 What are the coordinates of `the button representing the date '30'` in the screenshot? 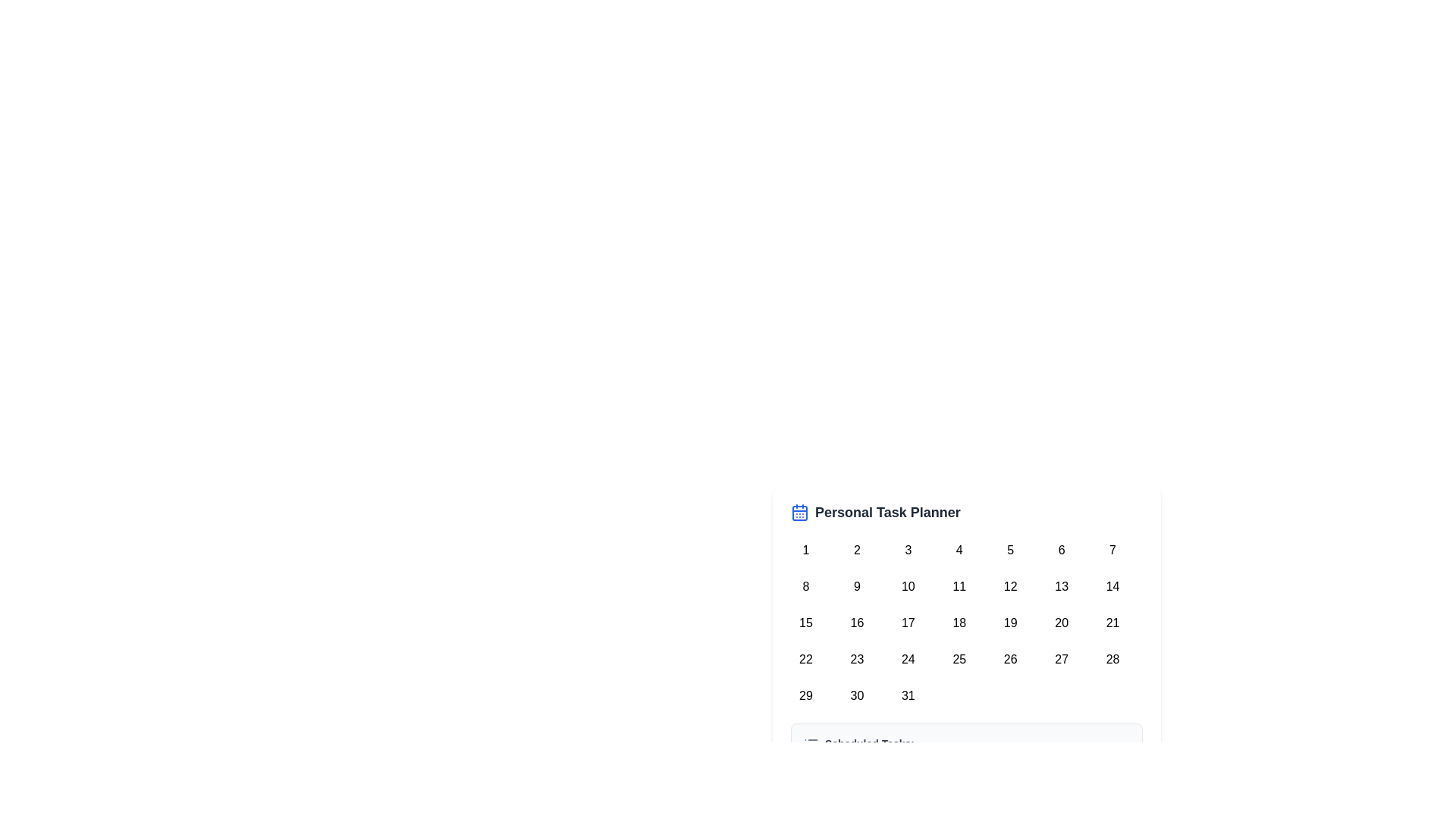 It's located at (857, 696).